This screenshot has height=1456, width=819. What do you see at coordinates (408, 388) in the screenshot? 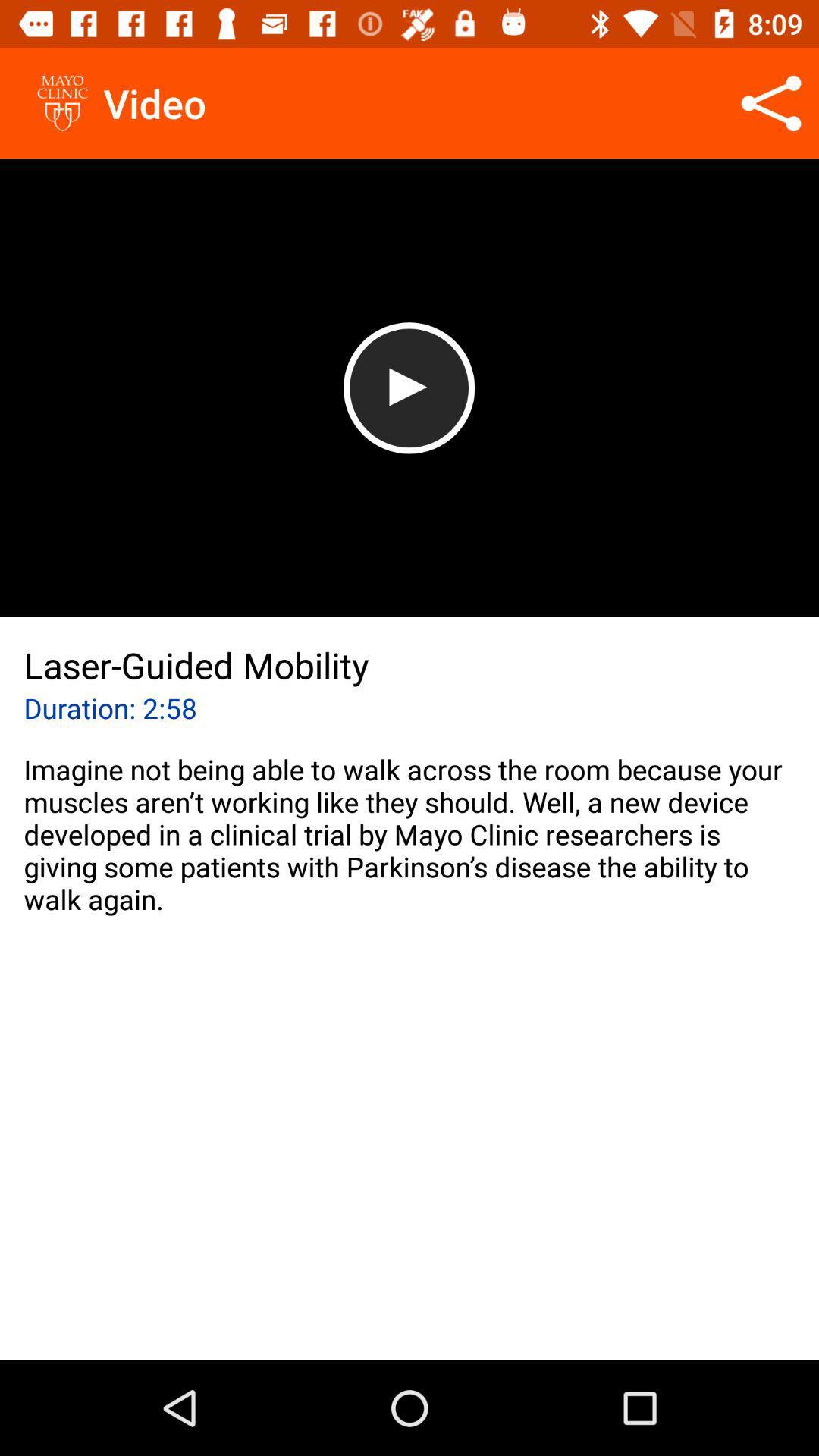
I see `the play icon` at bounding box center [408, 388].